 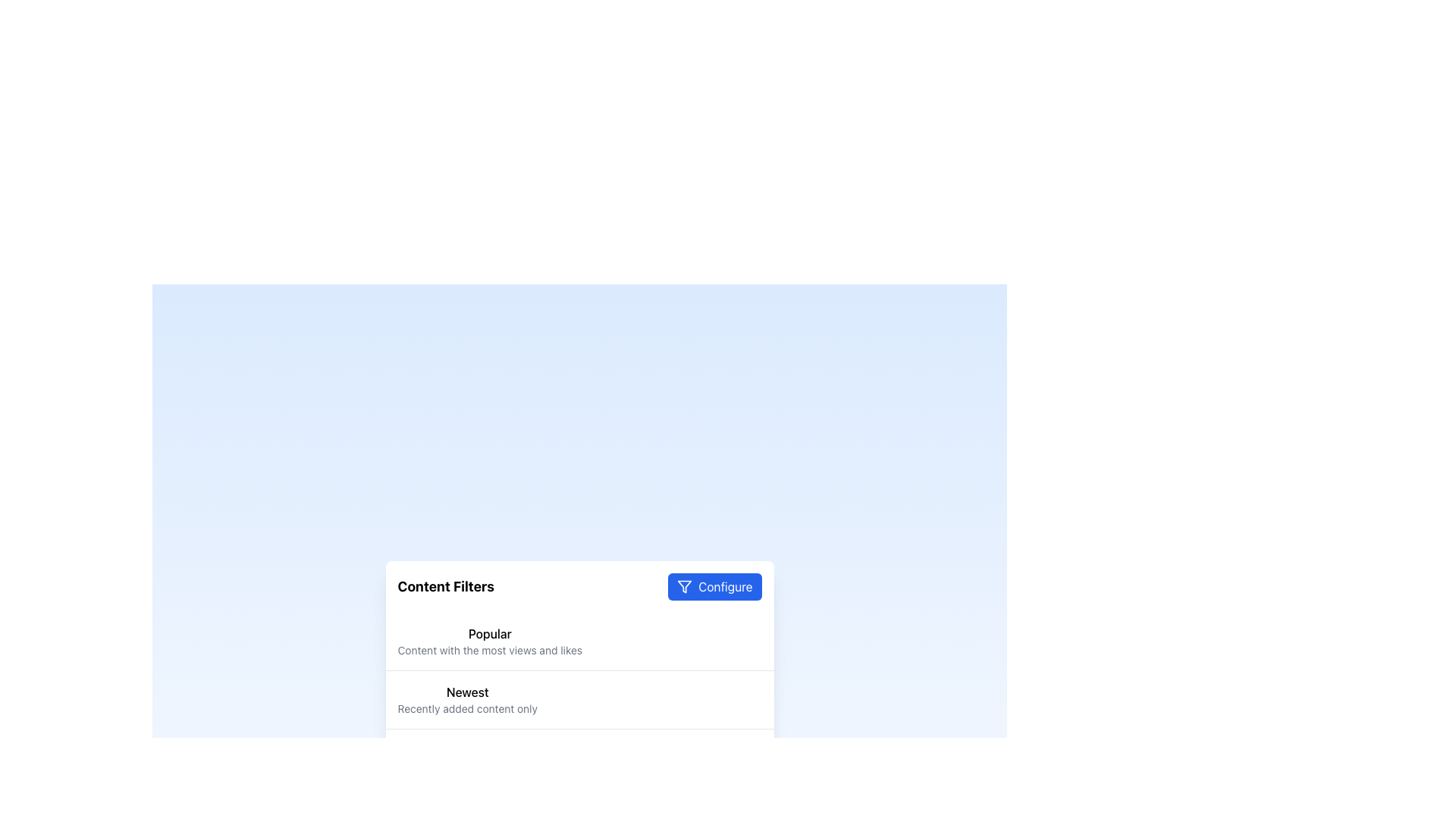 I want to click on the 'Newest' filter option, which is the second item in the list of filtering options, so click(x=579, y=699).